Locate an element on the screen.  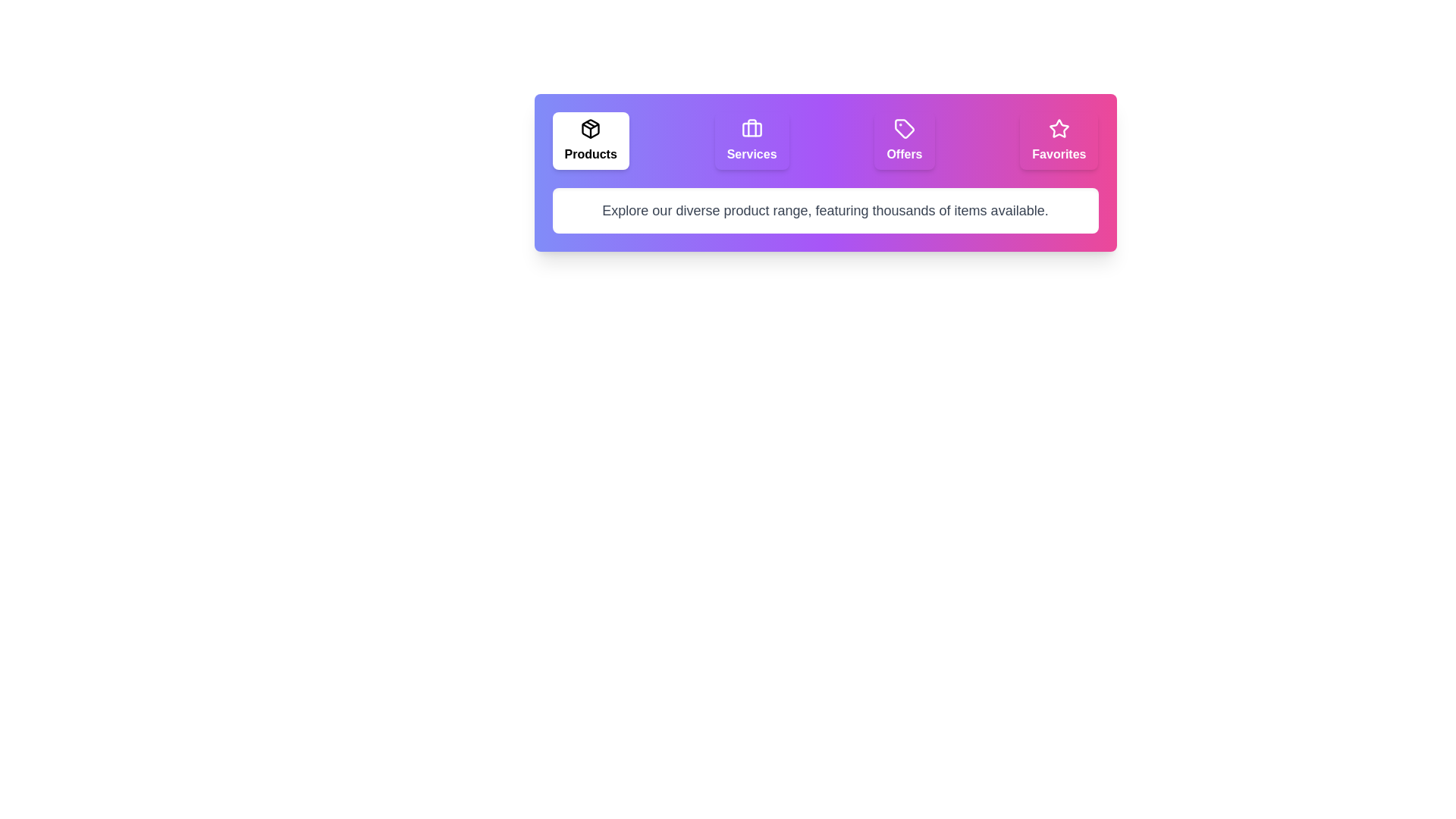
the tab labeled 'Favorites' to display its description is located at coordinates (1058, 140).